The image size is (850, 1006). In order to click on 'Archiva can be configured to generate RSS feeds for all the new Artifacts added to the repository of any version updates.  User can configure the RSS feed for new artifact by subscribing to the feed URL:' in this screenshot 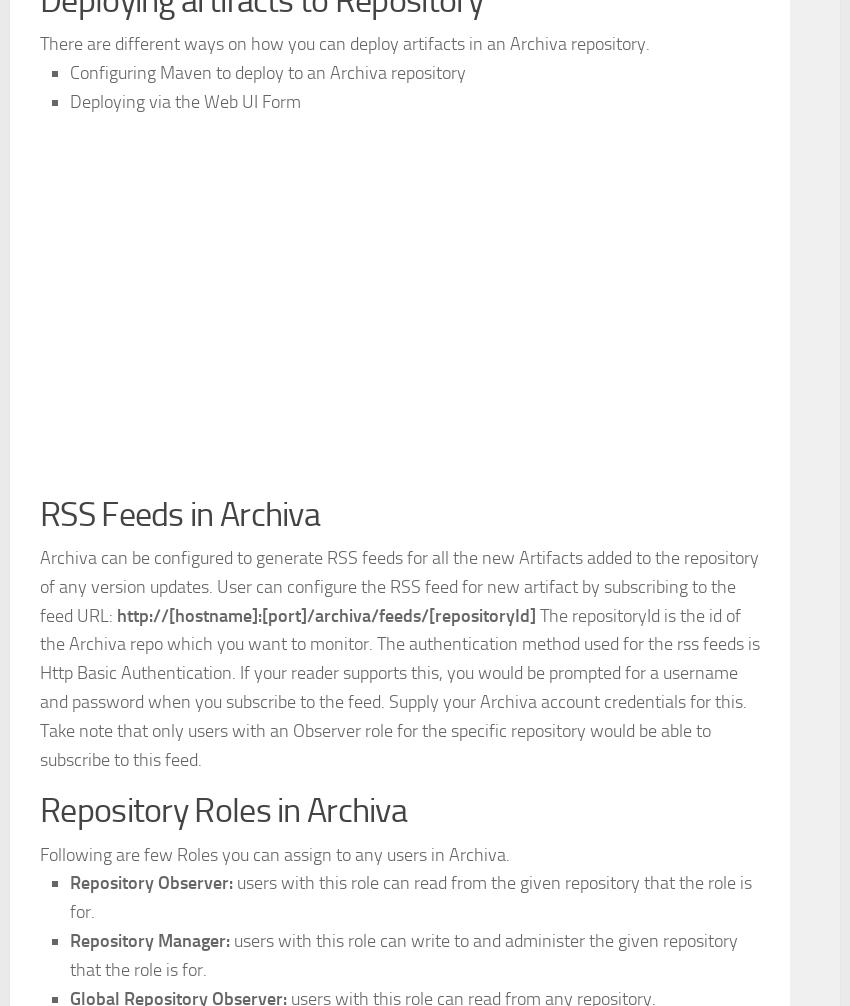, I will do `click(39, 865)`.